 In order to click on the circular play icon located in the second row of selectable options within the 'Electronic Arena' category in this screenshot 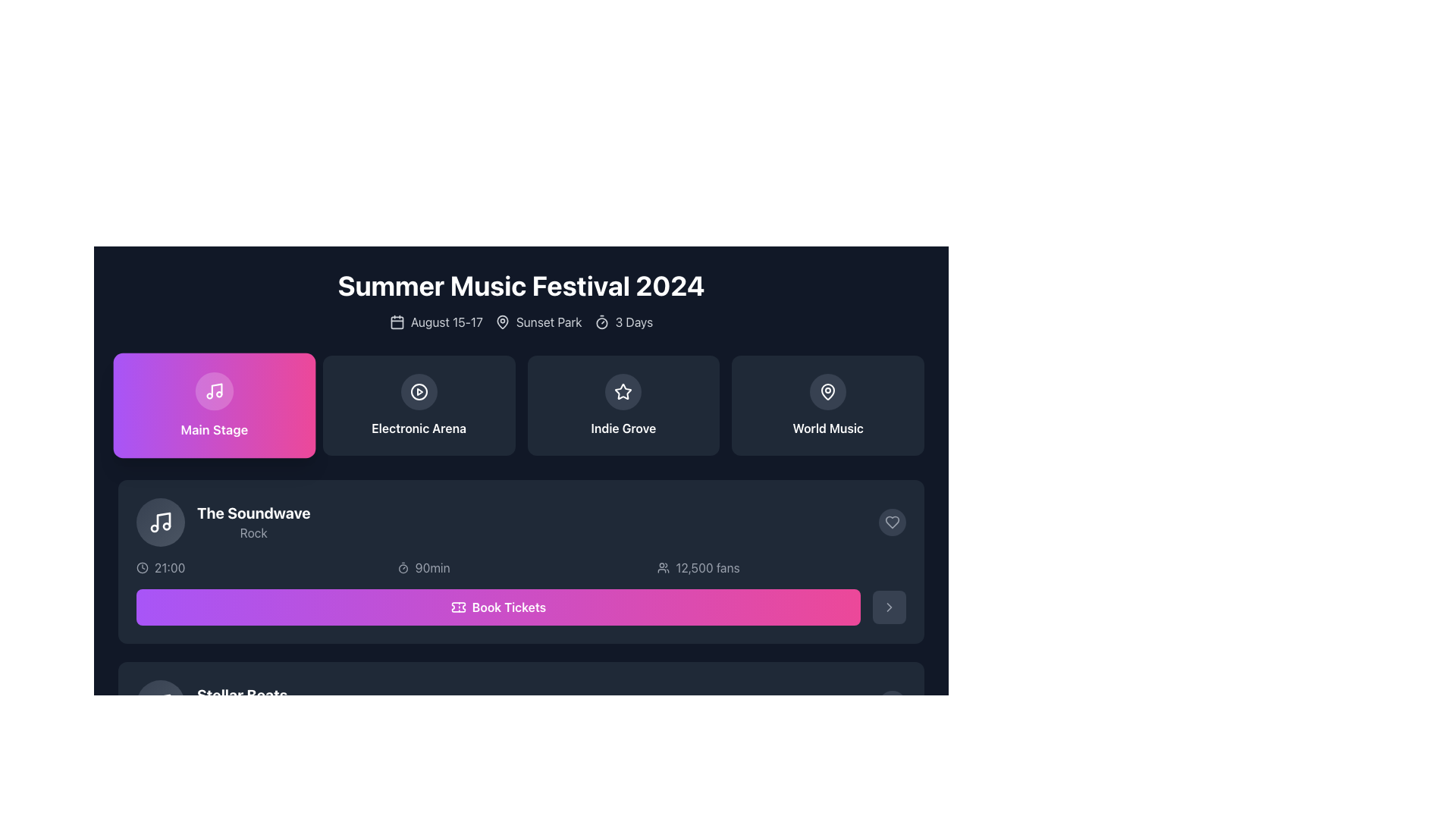, I will do `click(419, 391)`.